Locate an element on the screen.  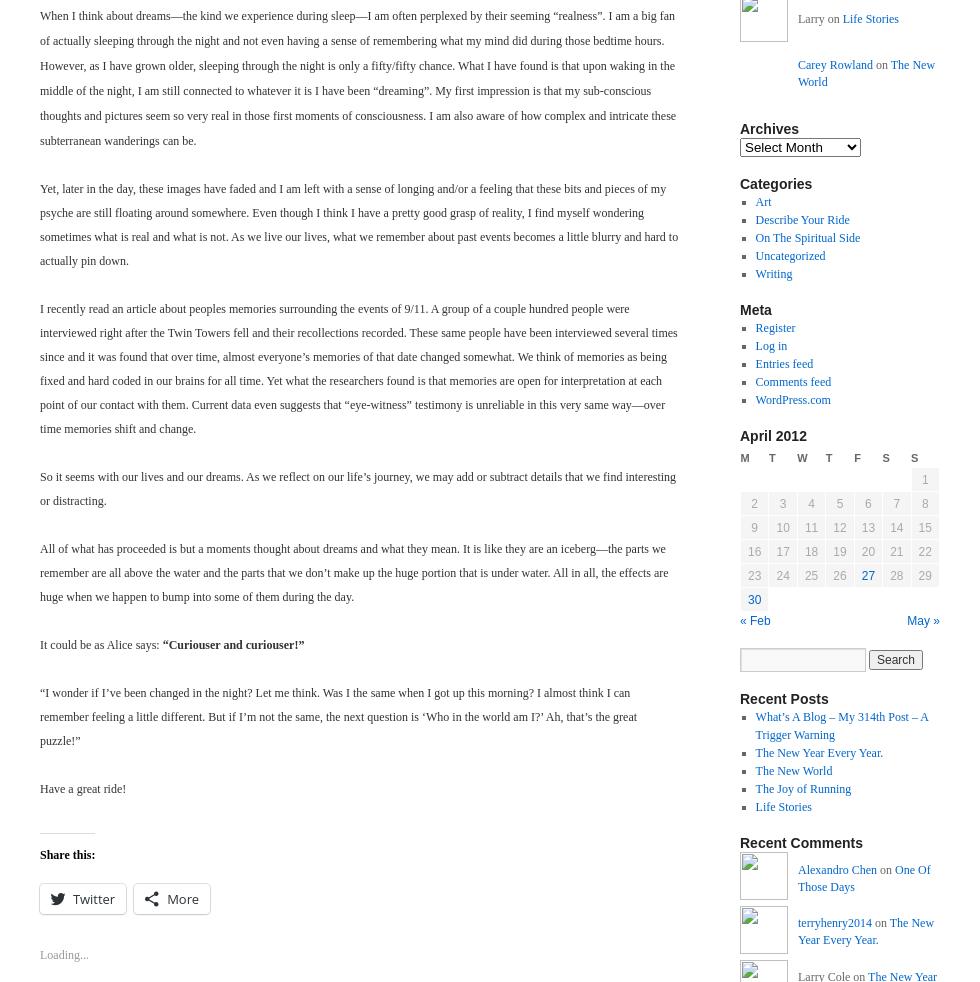
'M' is located at coordinates (744, 457).